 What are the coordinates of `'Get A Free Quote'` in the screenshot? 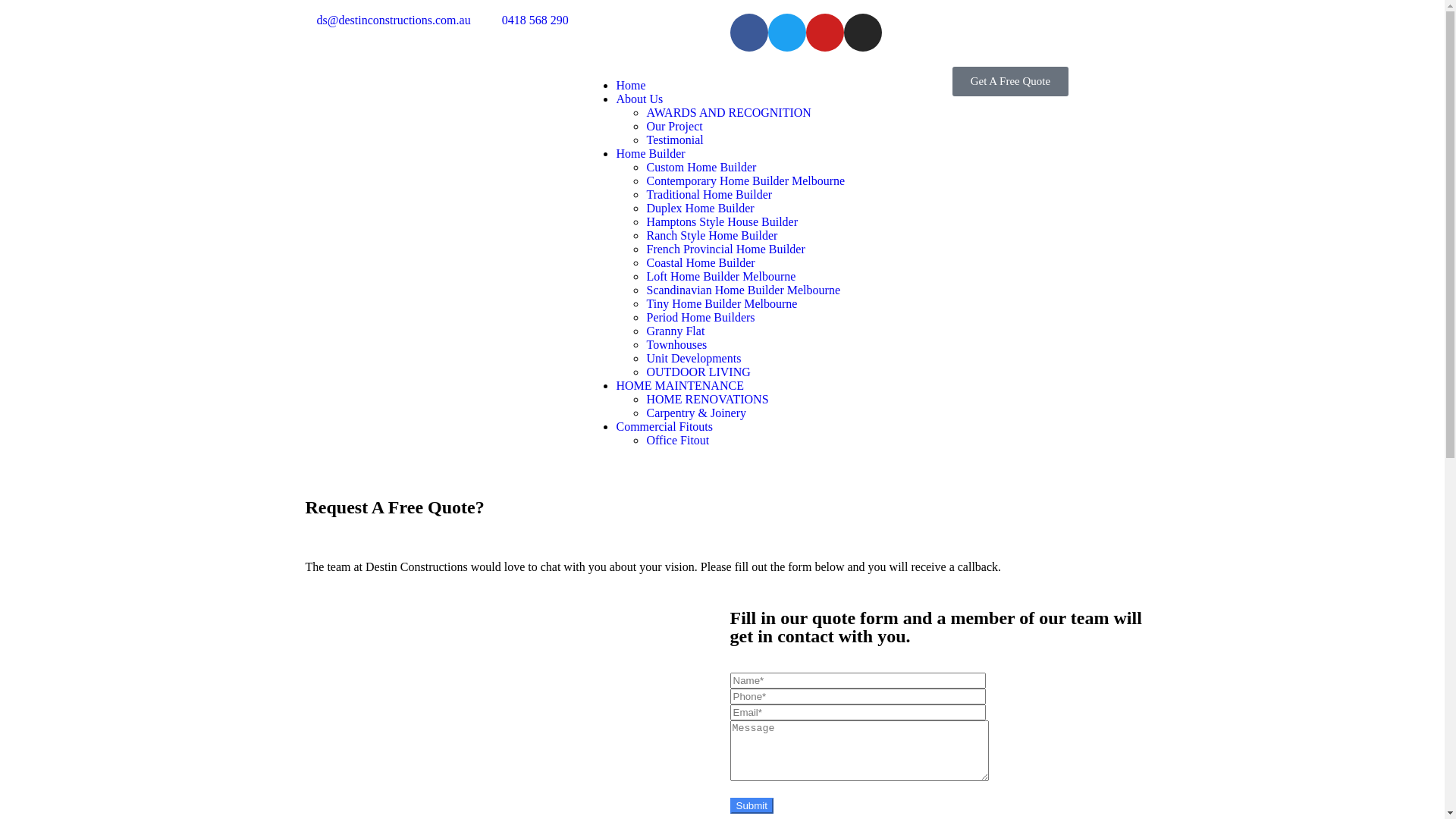 It's located at (952, 81).